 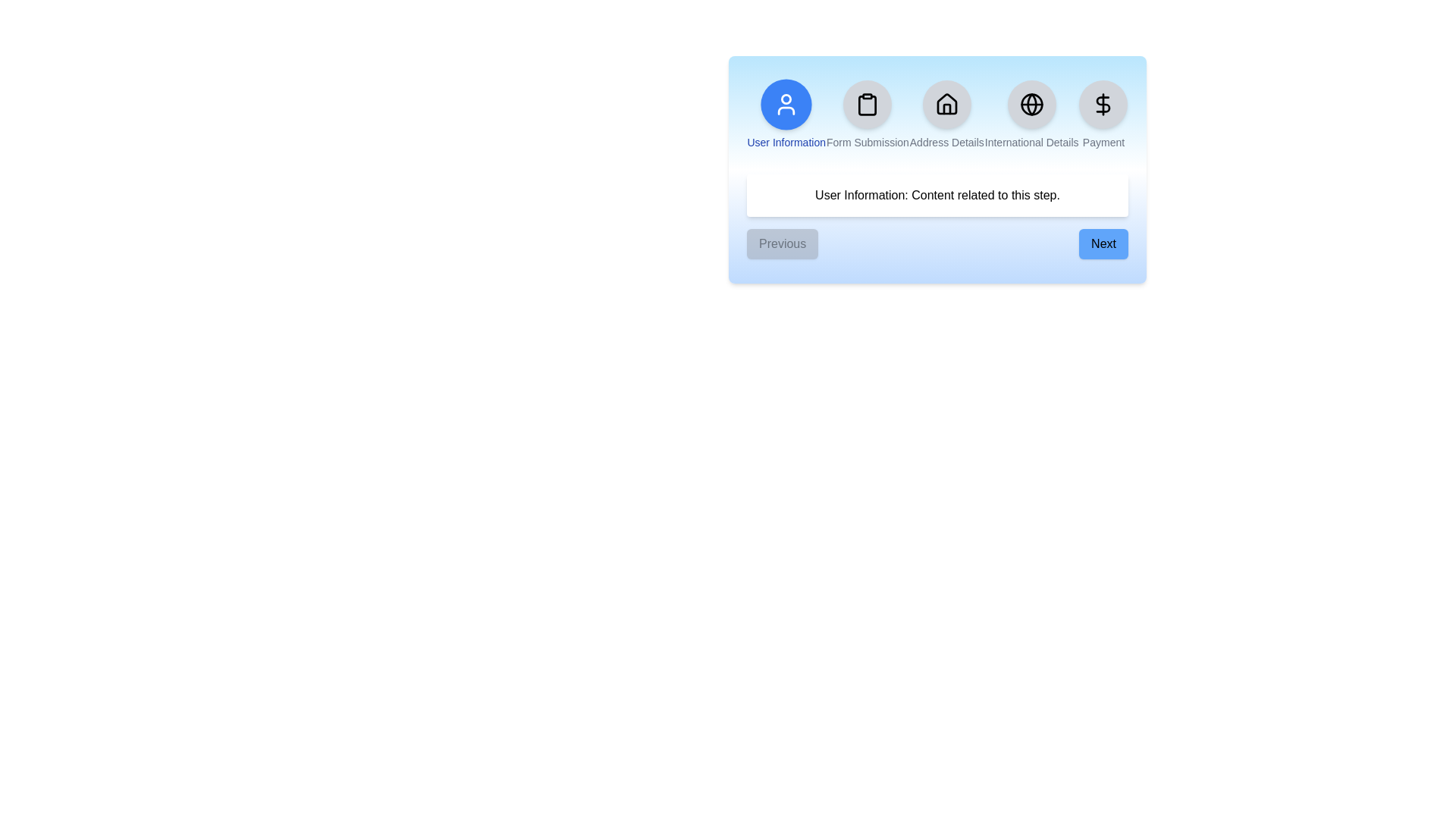 What do you see at coordinates (946, 114) in the screenshot?
I see `the step indicator for Address Details to navigate to that step` at bounding box center [946, 114].